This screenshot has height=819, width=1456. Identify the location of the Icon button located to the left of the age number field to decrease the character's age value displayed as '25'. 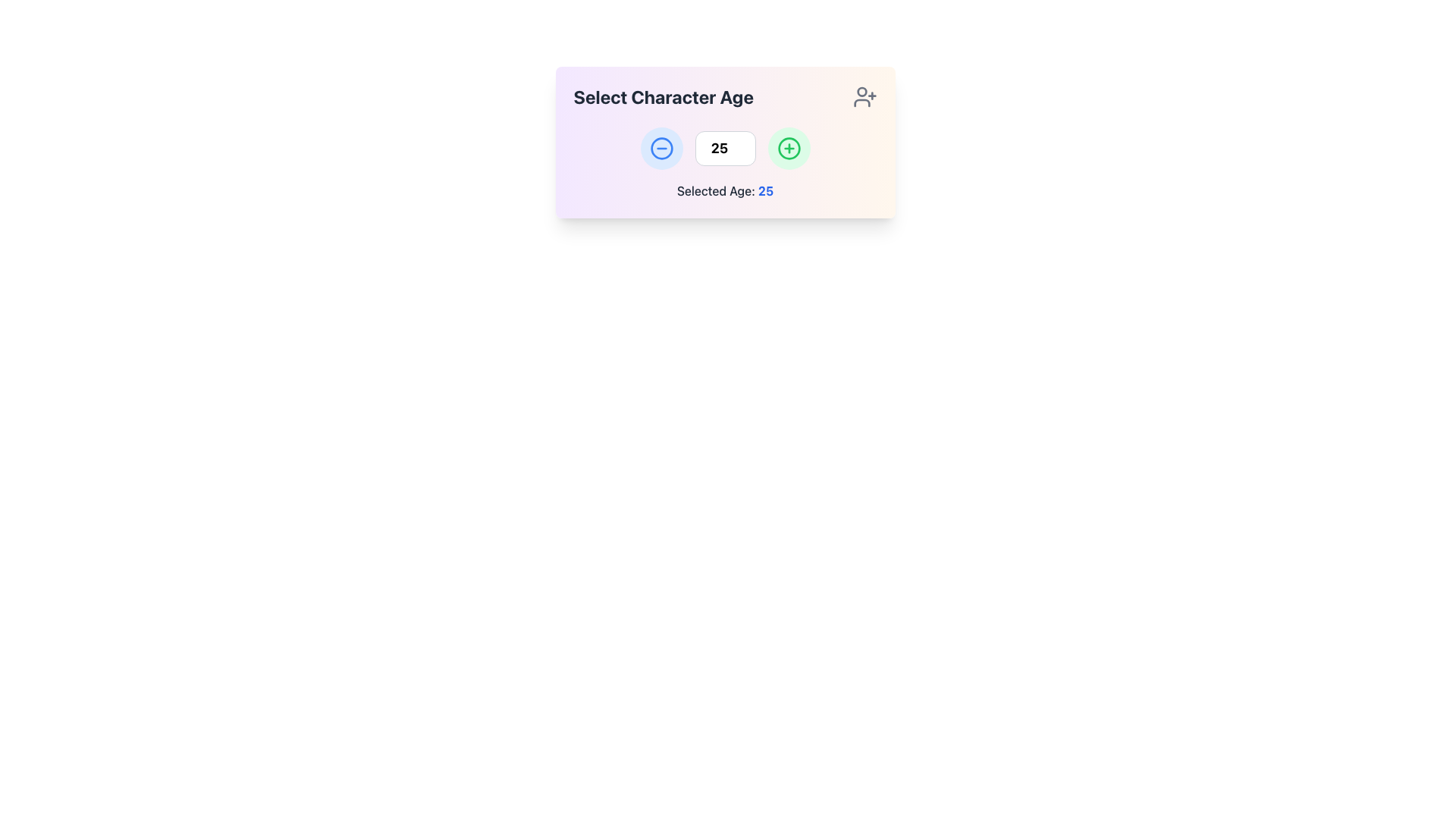
(661, 149).